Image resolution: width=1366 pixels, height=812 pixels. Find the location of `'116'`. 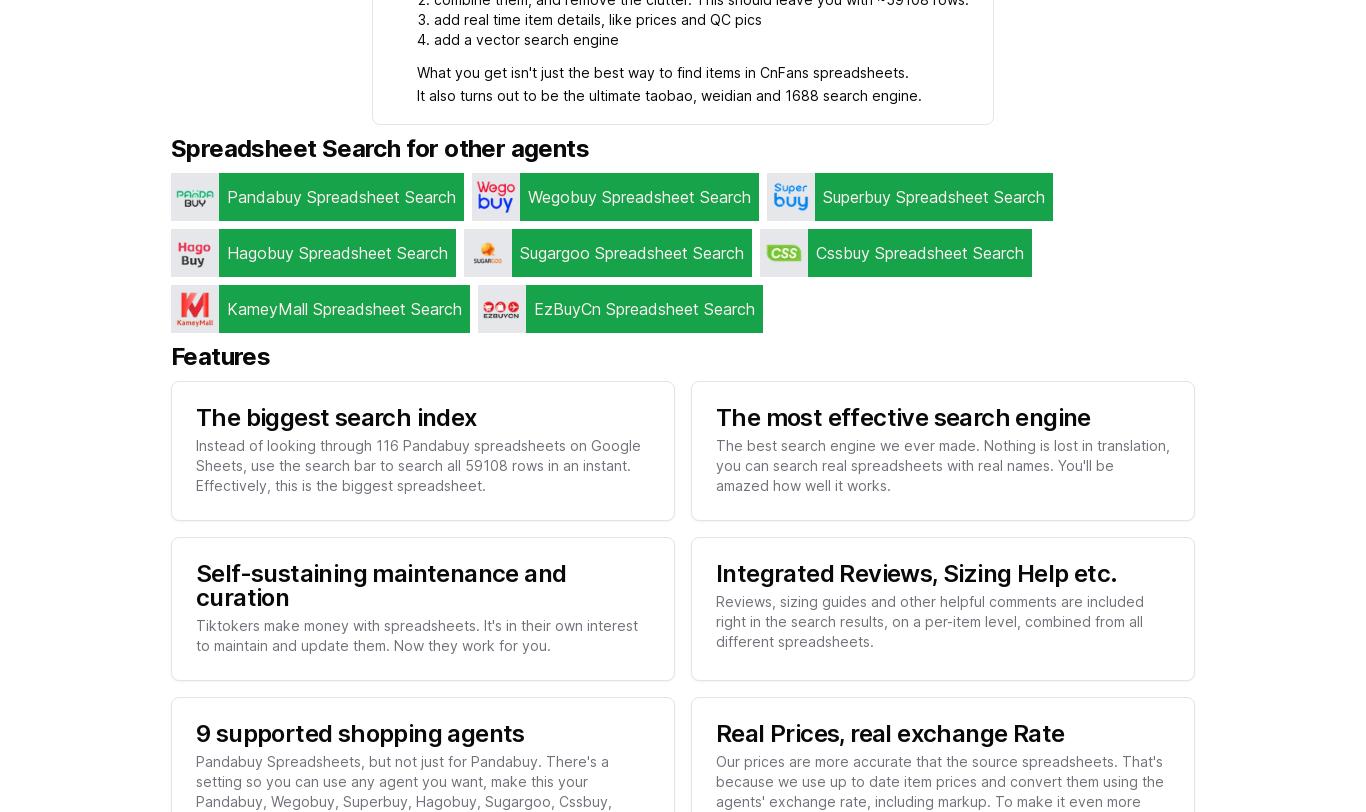

'116' is located at coordinates (386, 444).